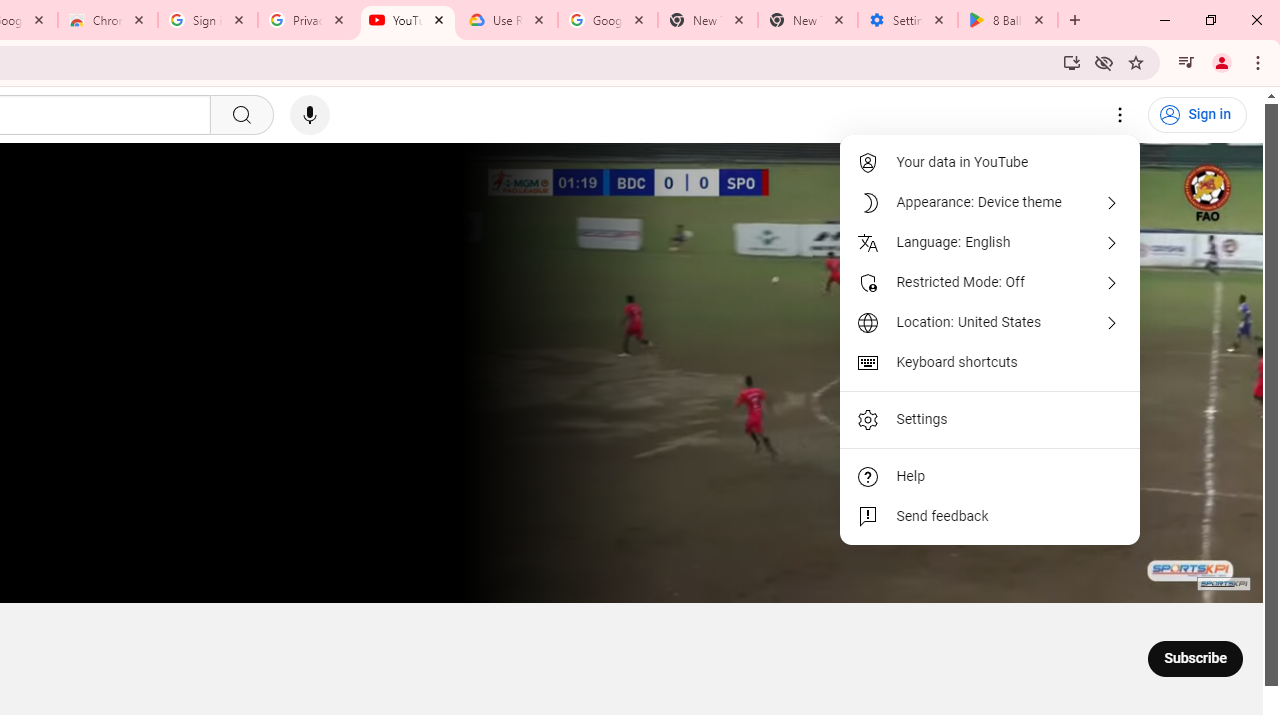 Image resolution: width=1280 pixels, height=720 pixels. I want to click on 'Language: English', so click(990, 242).